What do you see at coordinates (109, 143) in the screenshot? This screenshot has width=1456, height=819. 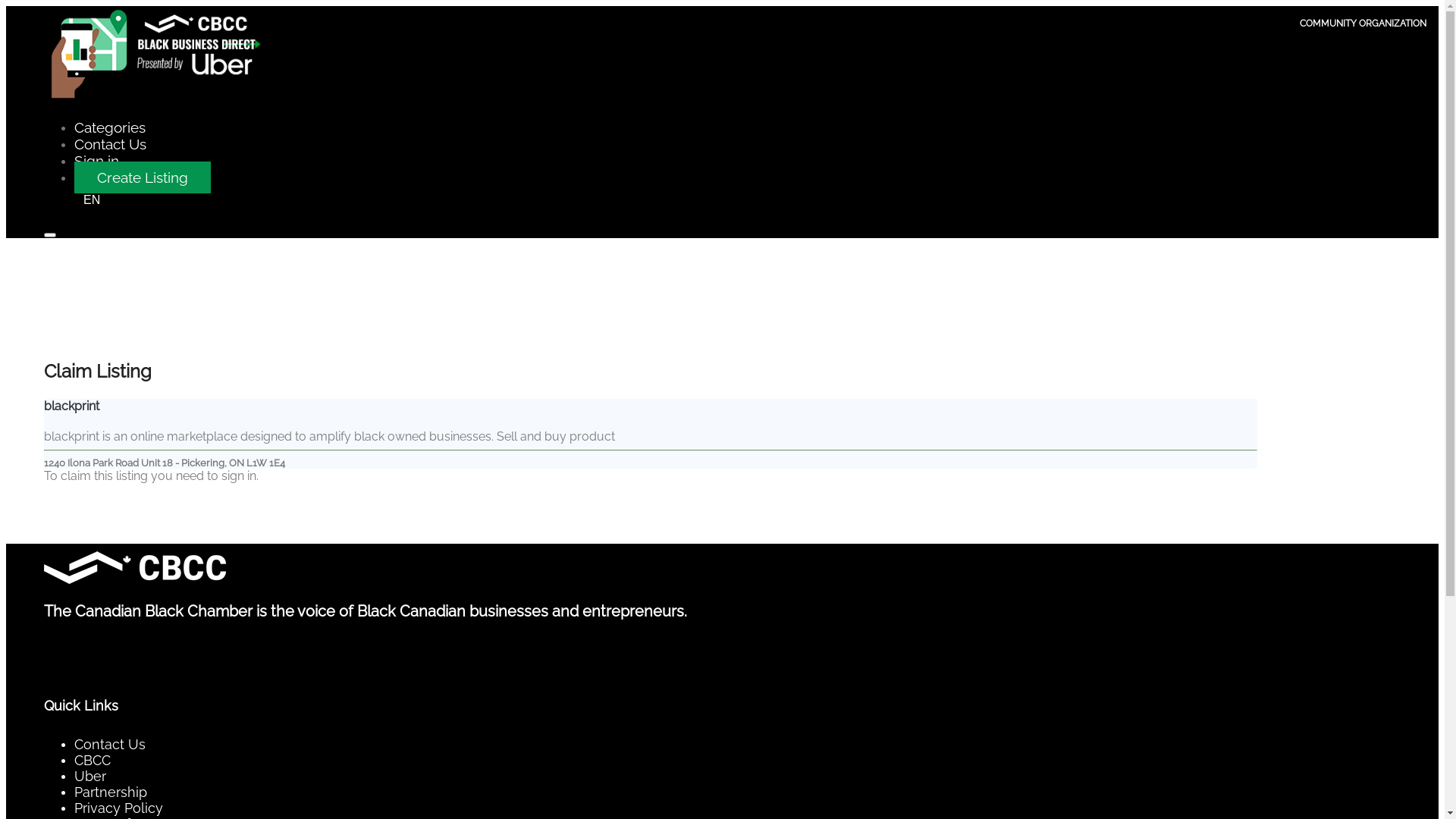 I see `'Contact Us'` at bounding box center [109, 143].